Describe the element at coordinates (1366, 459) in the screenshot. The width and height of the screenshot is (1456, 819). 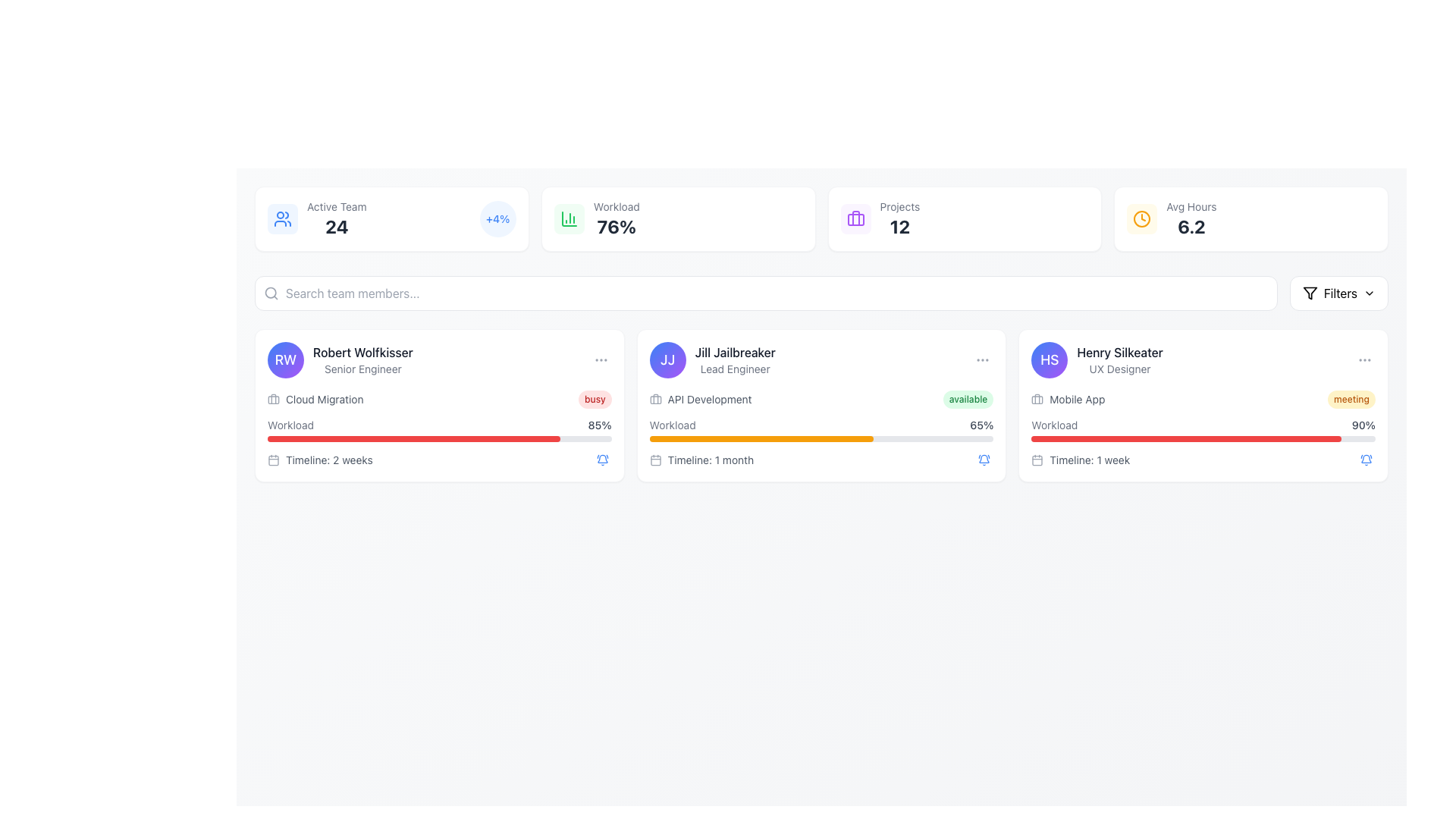
I see `the small, rounded rectangular button with a blue bell icon located at the far right of the 'Henry Silkeater' card to observe the hover effect` at that location.